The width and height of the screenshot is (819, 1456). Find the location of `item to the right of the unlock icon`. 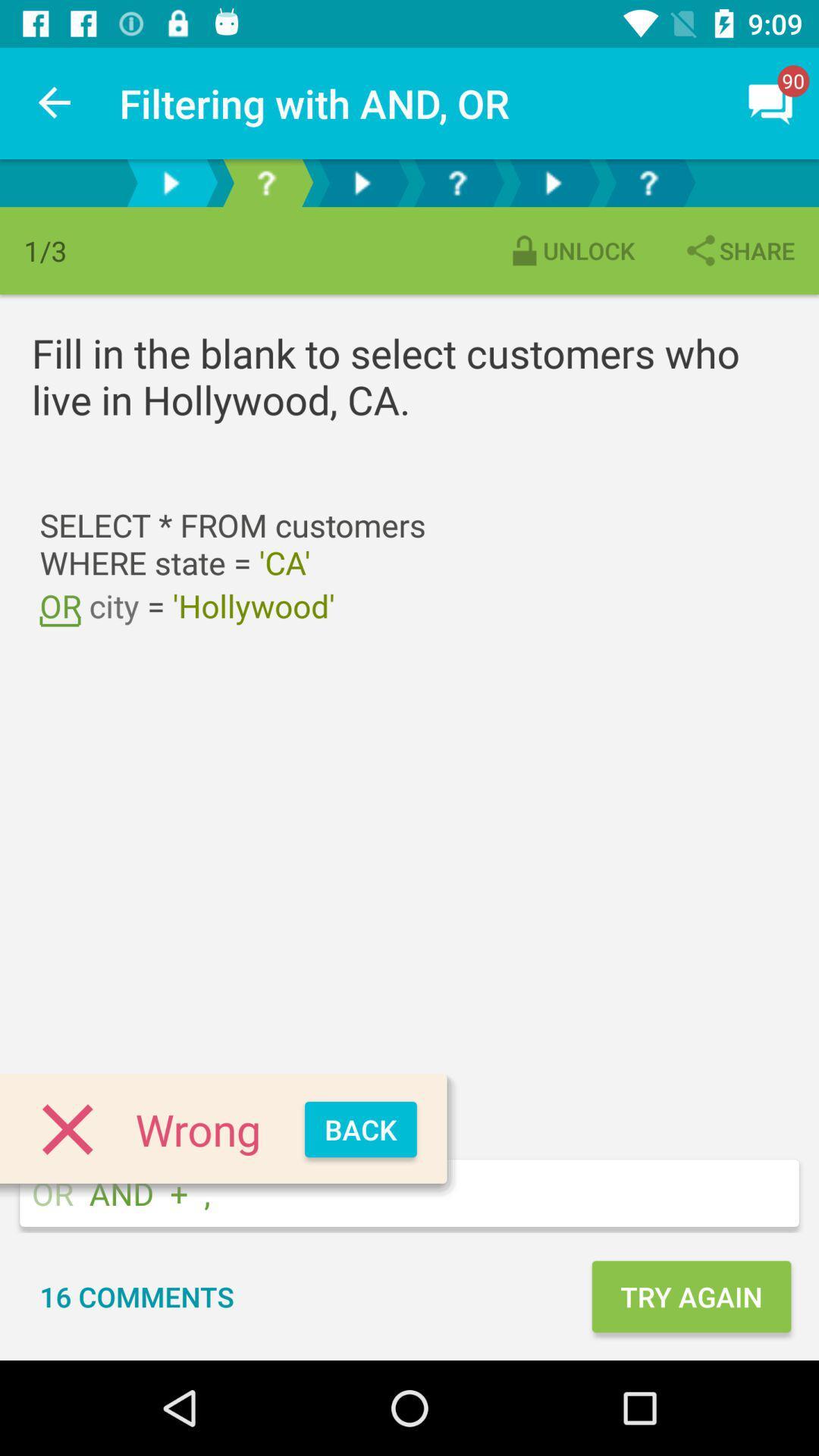

item to the right of the unlock icon is located at coordinates (738, 250).